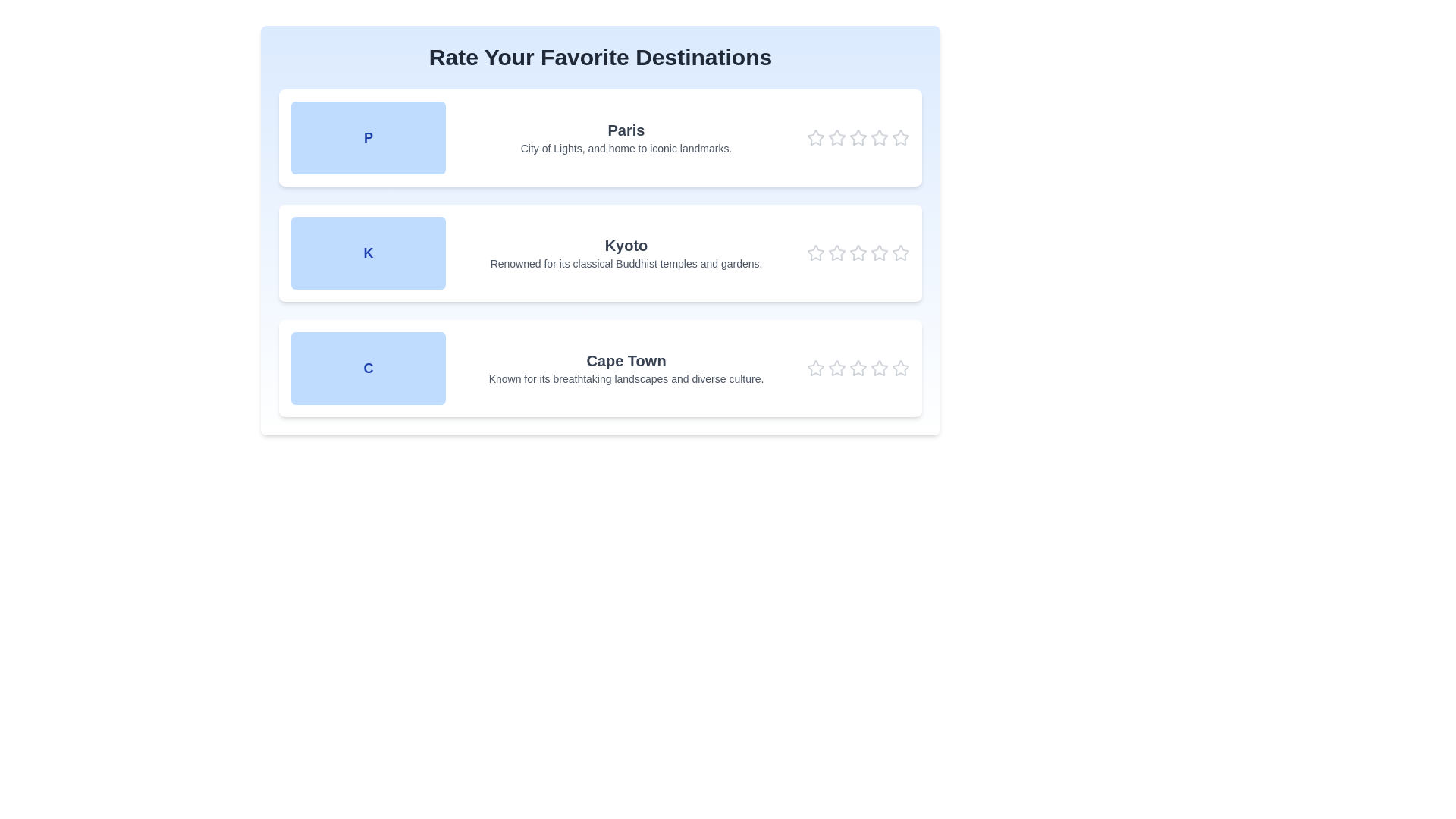 This screenshot has width=1456, height=819. What do you see at coordinates (899, 368) in the screenshot?
I see `the star icon for rating at the end of the list item for 'Cape Town', which is the last star in a group of five stars` at bounding box center [899, 368].